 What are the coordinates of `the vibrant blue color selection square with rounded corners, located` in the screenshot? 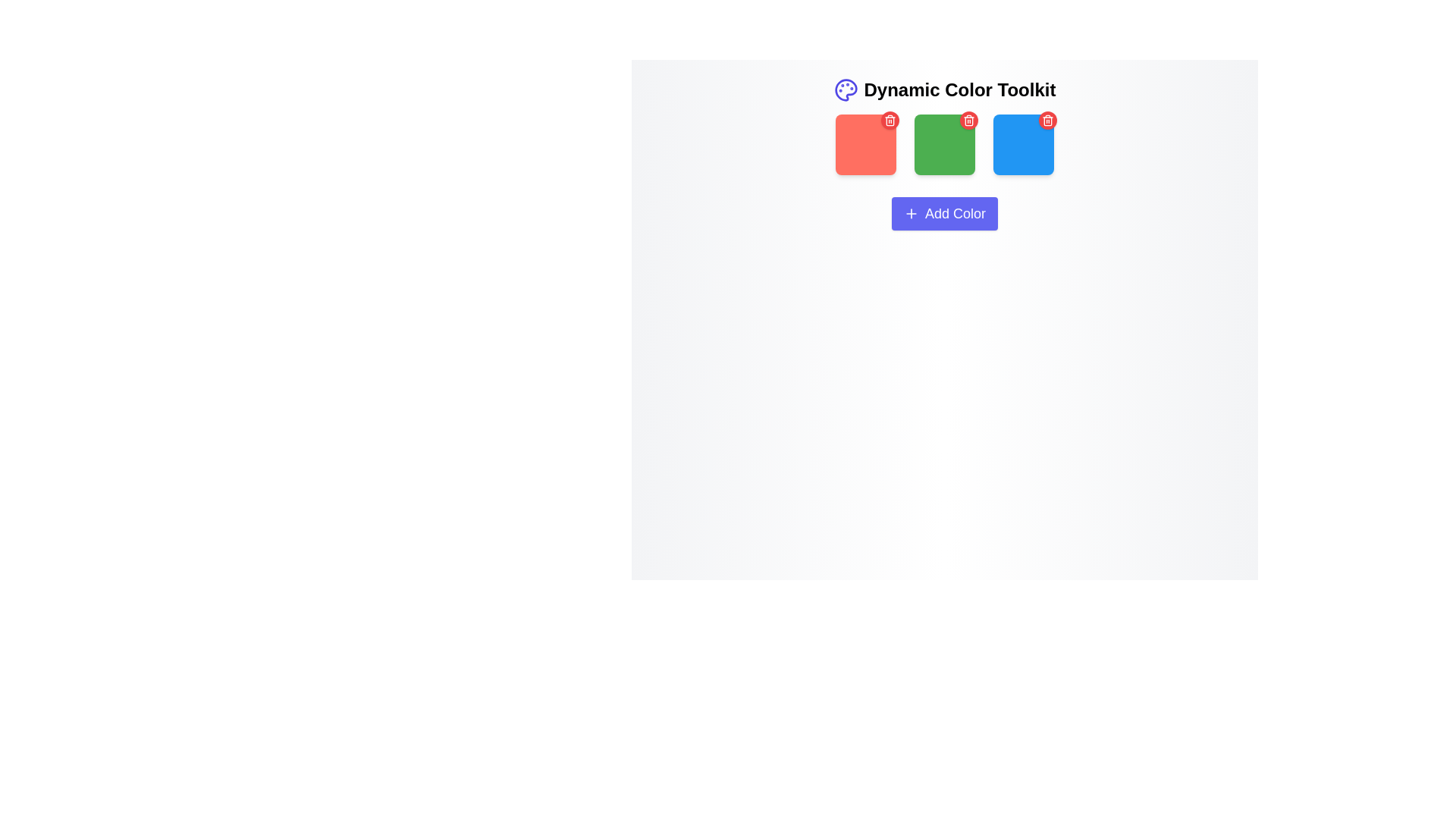 It's located at (1023, 145).